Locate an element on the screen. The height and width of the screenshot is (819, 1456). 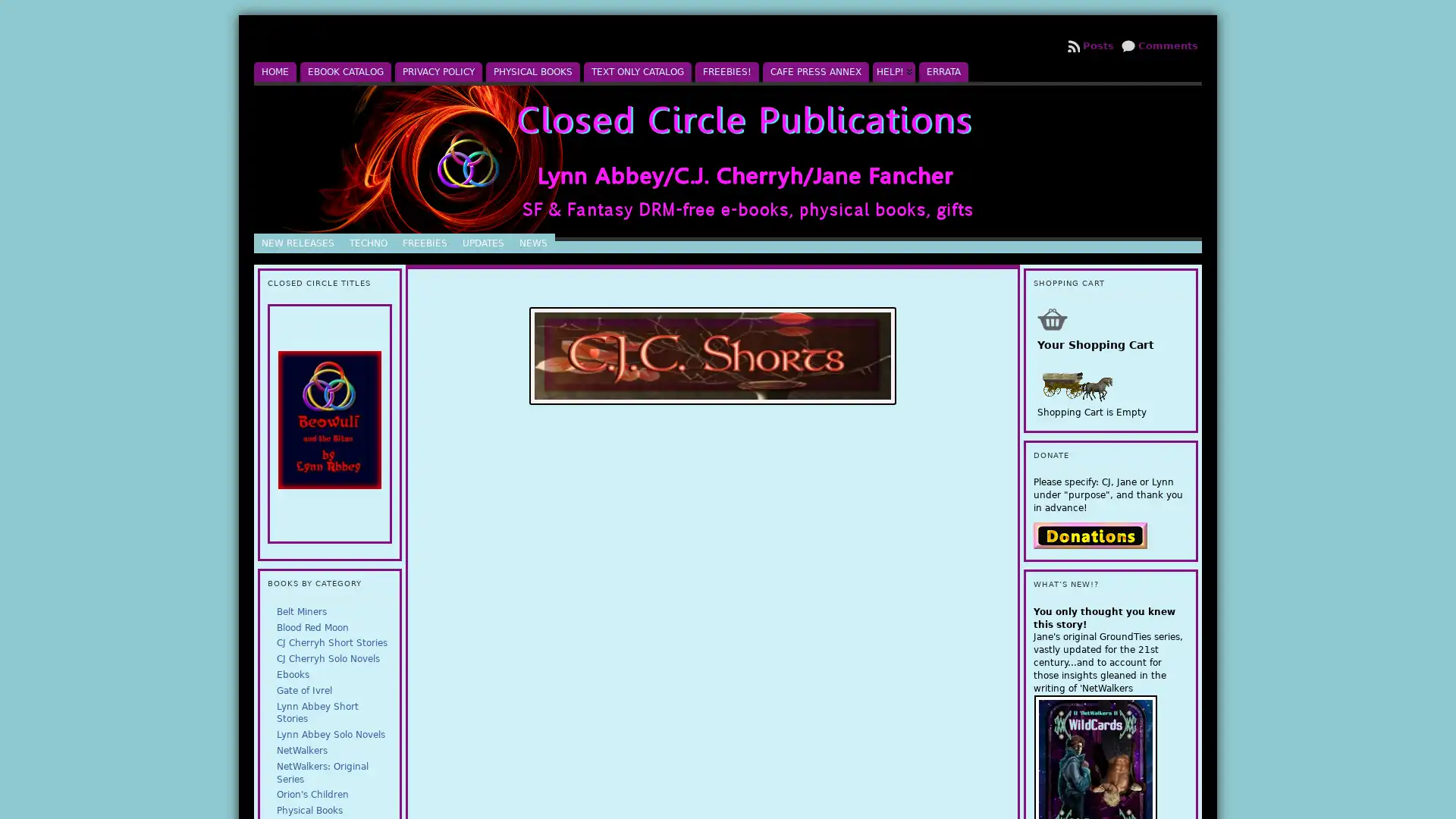
Shopping Cart is located at coordinates (1051, 318).